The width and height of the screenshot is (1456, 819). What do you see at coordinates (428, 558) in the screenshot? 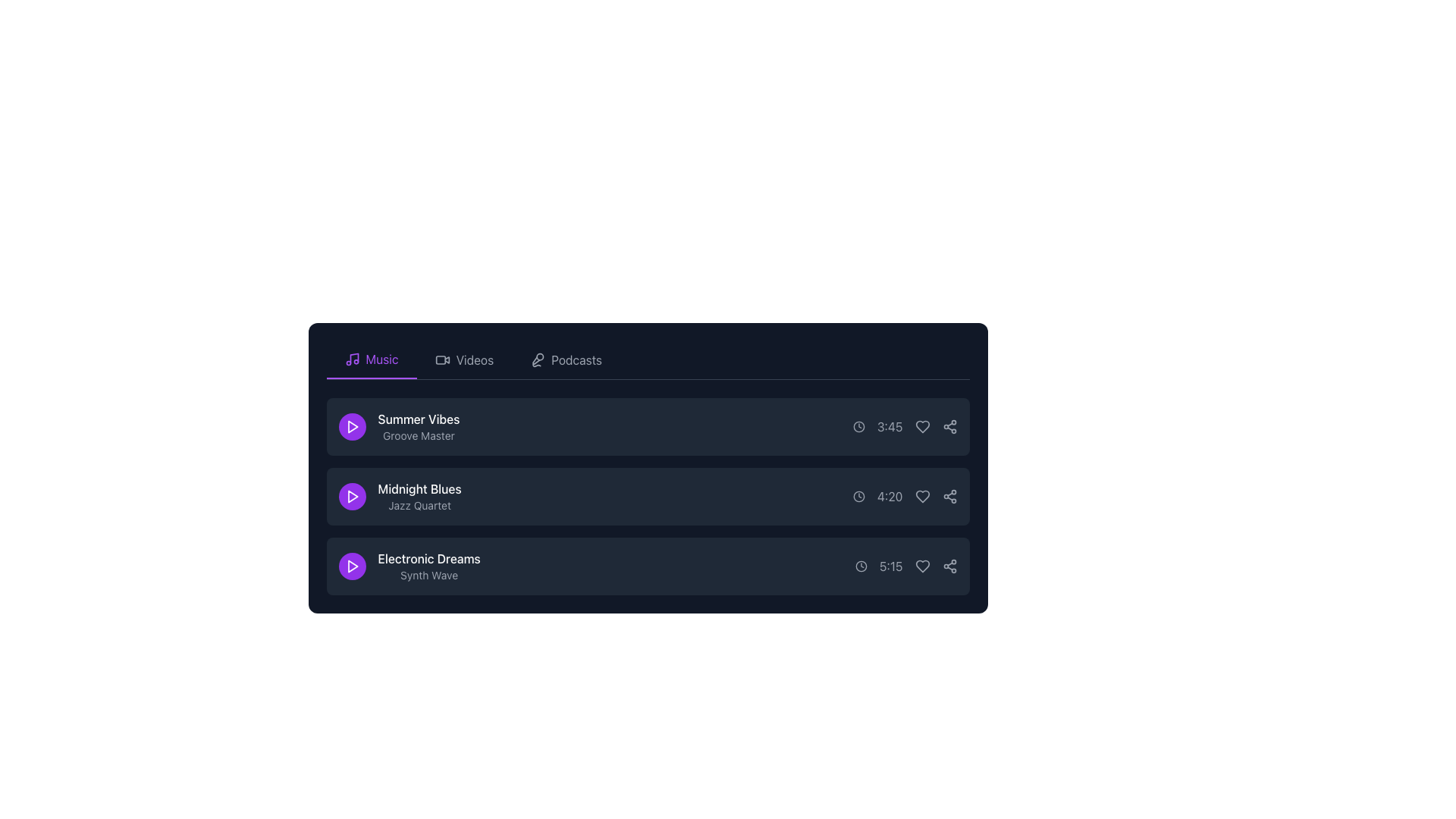
I see `the static text label that represents the title of the media item 'Electronic Dreams', which is positioned above the text 'Synth Wave'` at bounding box center [428, 558].